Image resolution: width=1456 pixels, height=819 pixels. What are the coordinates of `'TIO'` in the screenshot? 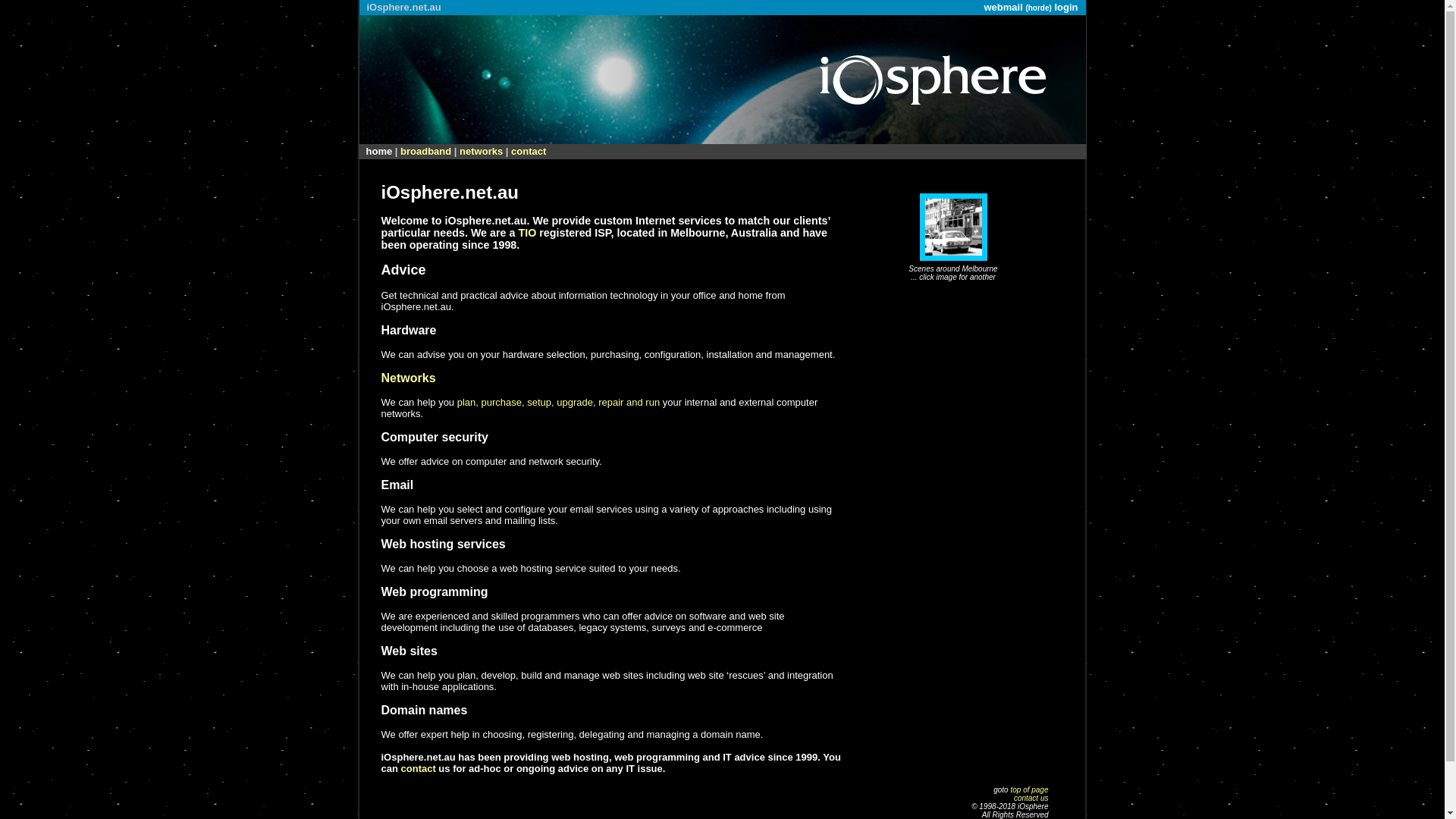 It's located at (527, 233).